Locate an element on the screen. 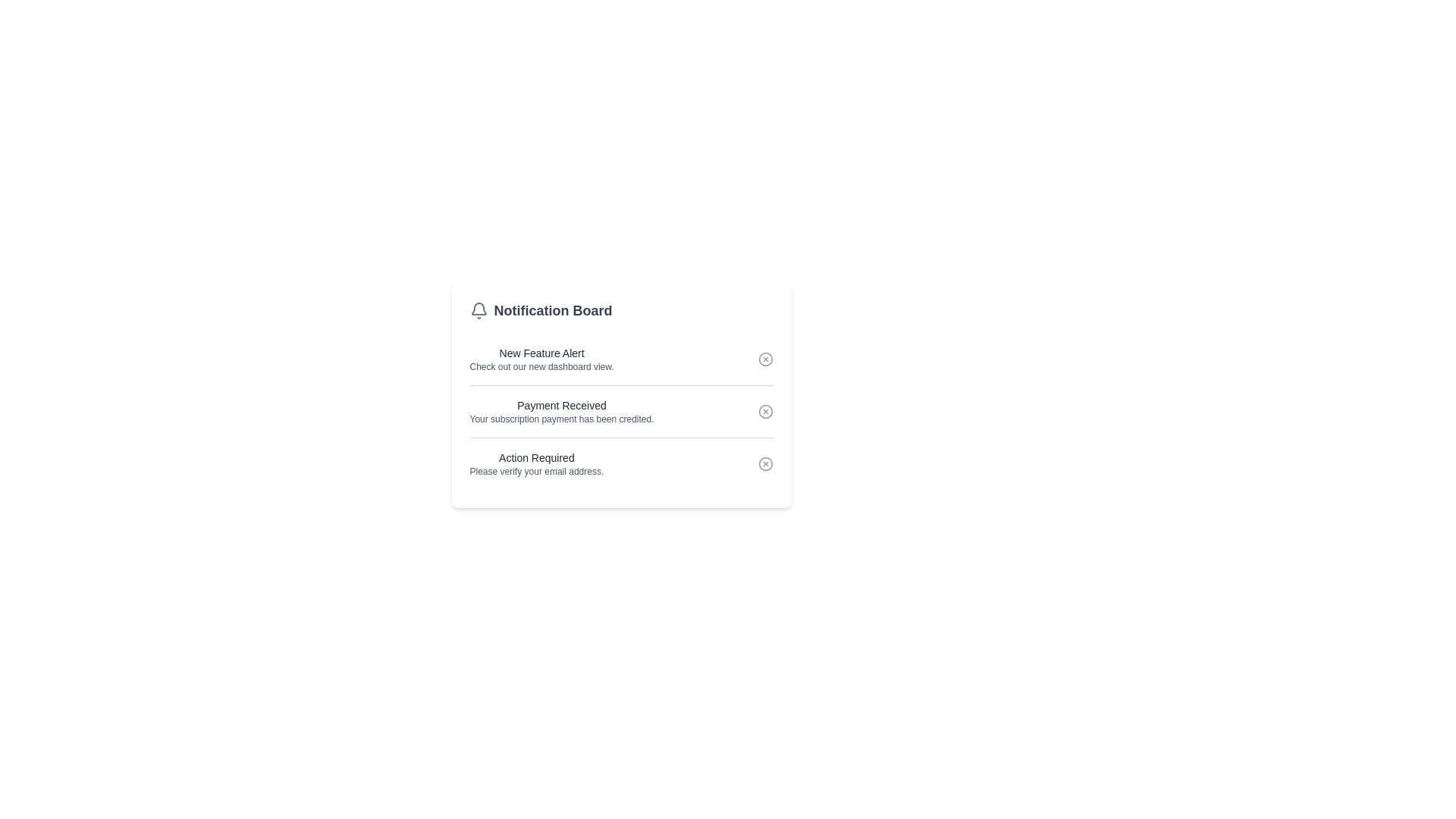 This screenshot has width=1456, height=819. the gray outlined bell icon representing notifications, located in the upper left corner of the 'Notification Board' section is located at coordinates (478, 309).